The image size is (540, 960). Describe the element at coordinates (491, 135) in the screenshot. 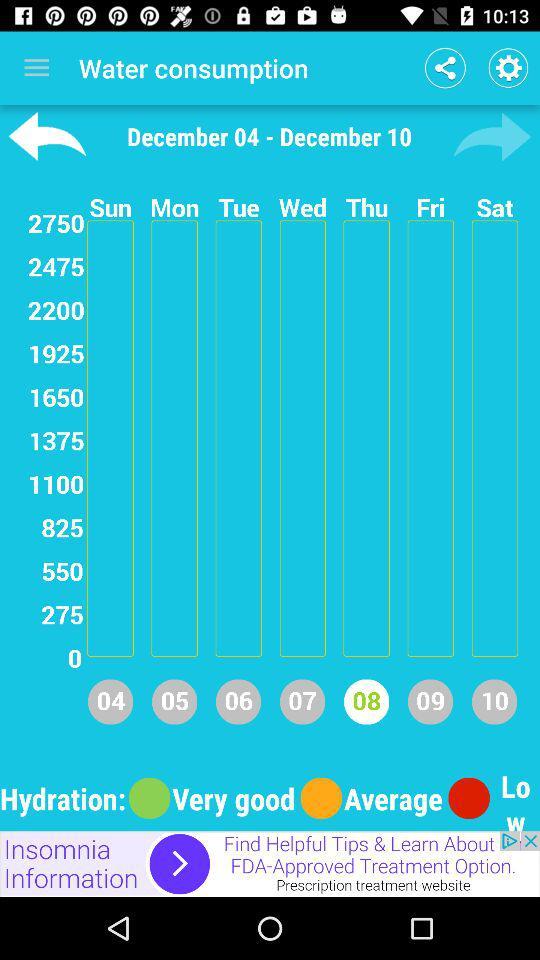

I see `the arrow_forward icon` at that location.